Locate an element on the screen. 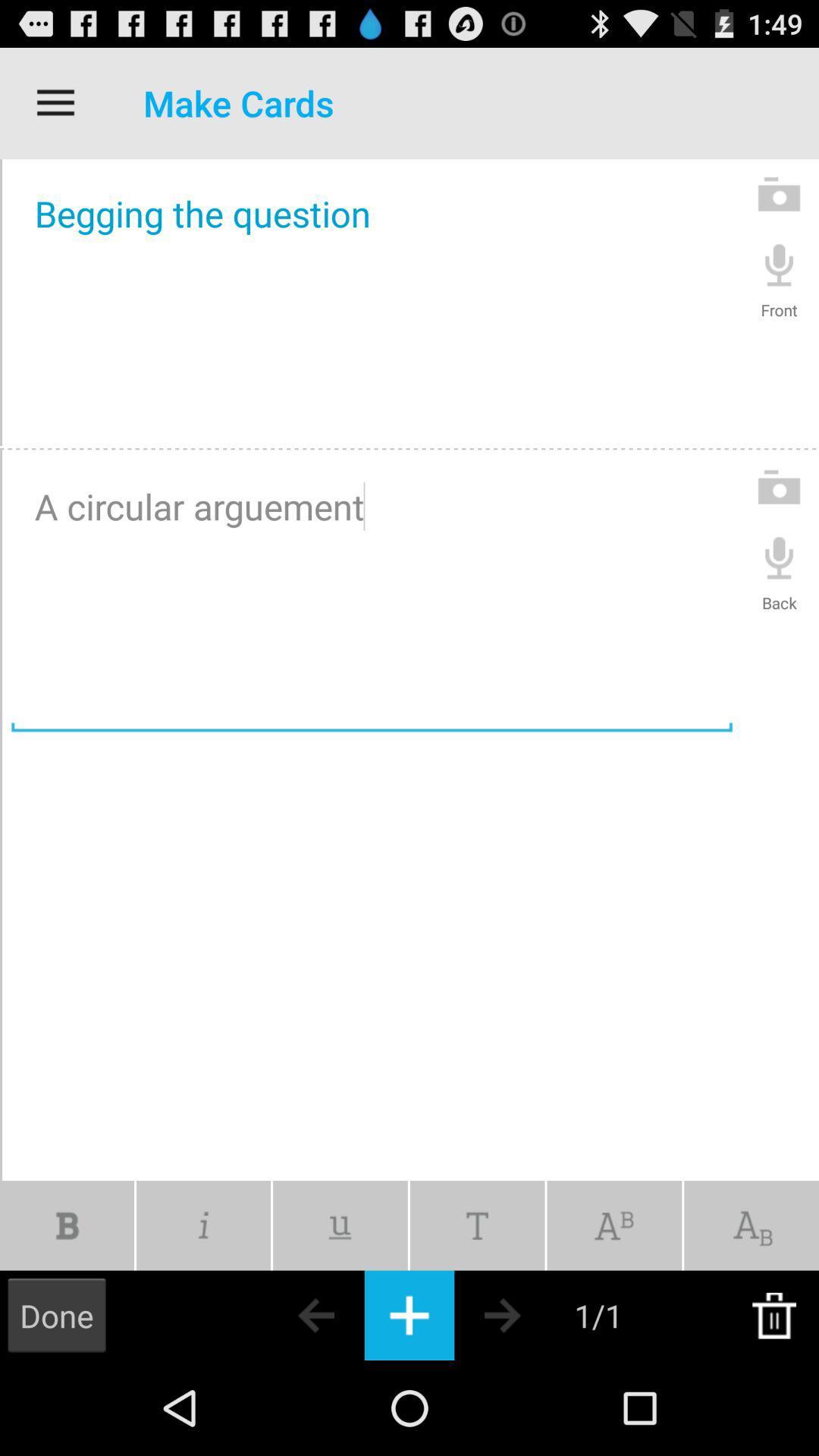  the item to the left of the make cards icon is located at coordinates (55, 102).